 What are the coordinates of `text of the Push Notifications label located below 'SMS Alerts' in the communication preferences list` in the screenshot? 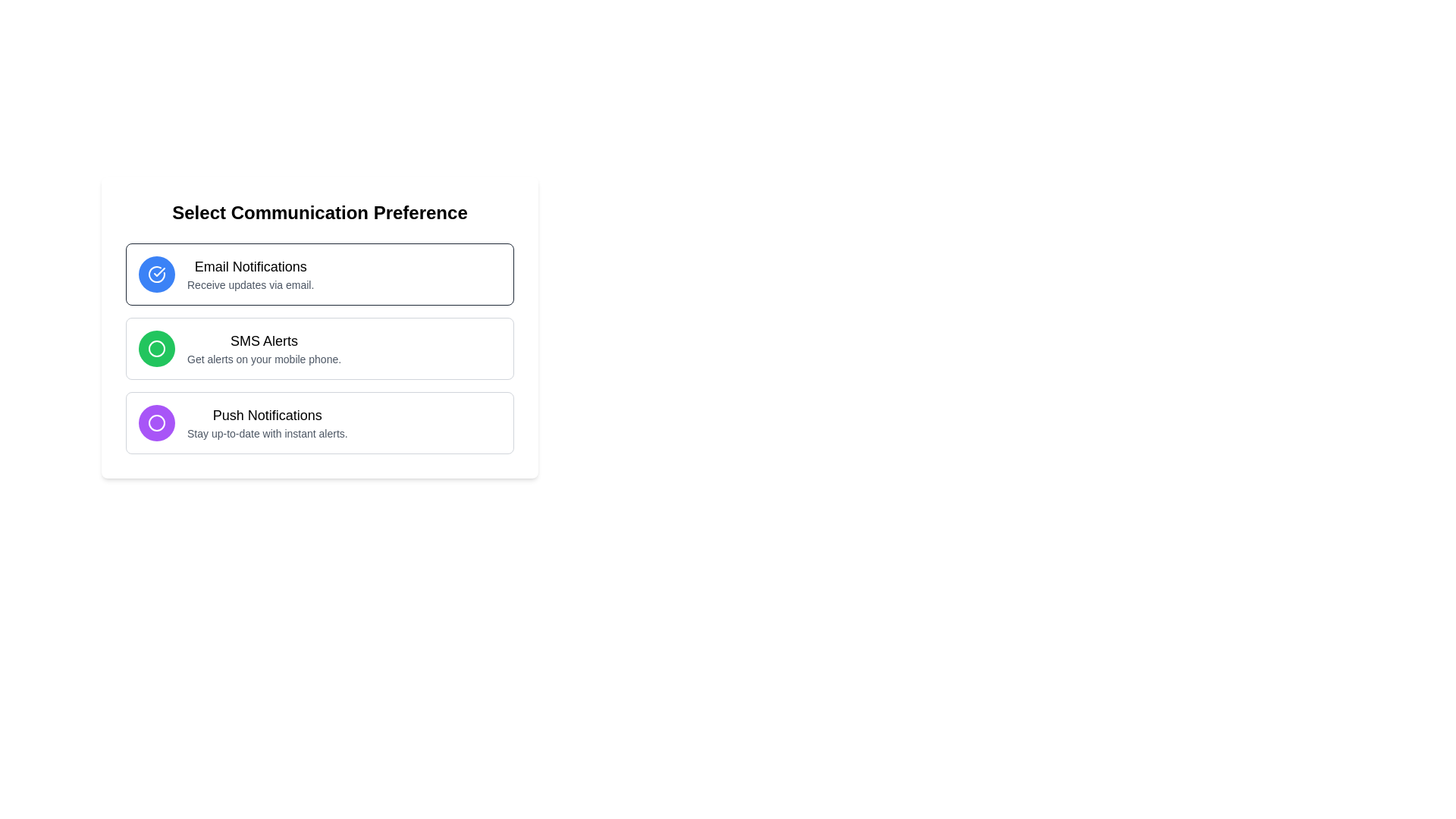 It's located at (267, 415).